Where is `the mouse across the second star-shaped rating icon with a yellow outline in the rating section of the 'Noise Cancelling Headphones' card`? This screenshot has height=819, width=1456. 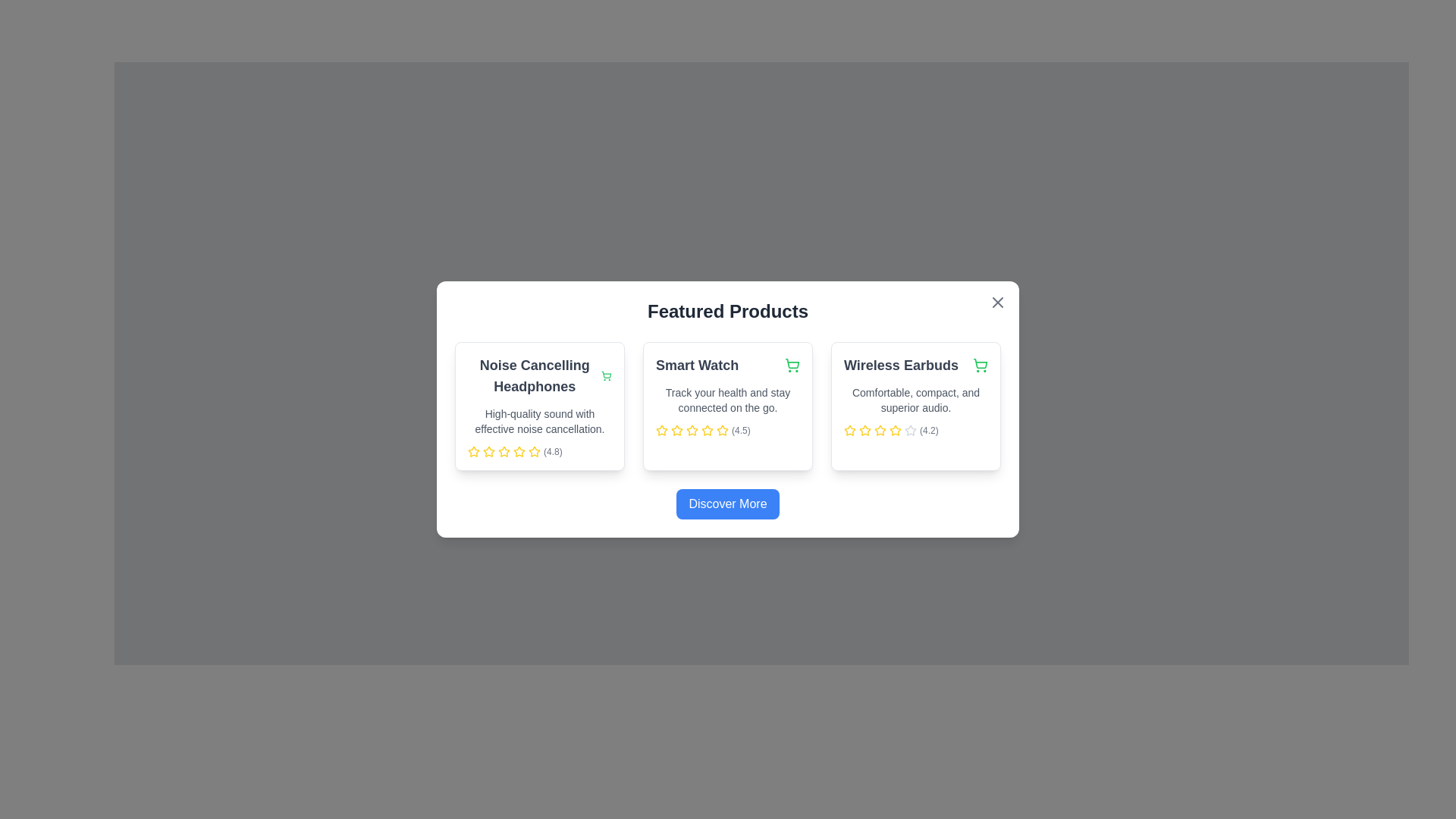
the mouse across the second star-shaped rating icon with a yellow outline in the rating section of the 'Noise Cancelling Headphones' card is located at coordinates (504, 450).